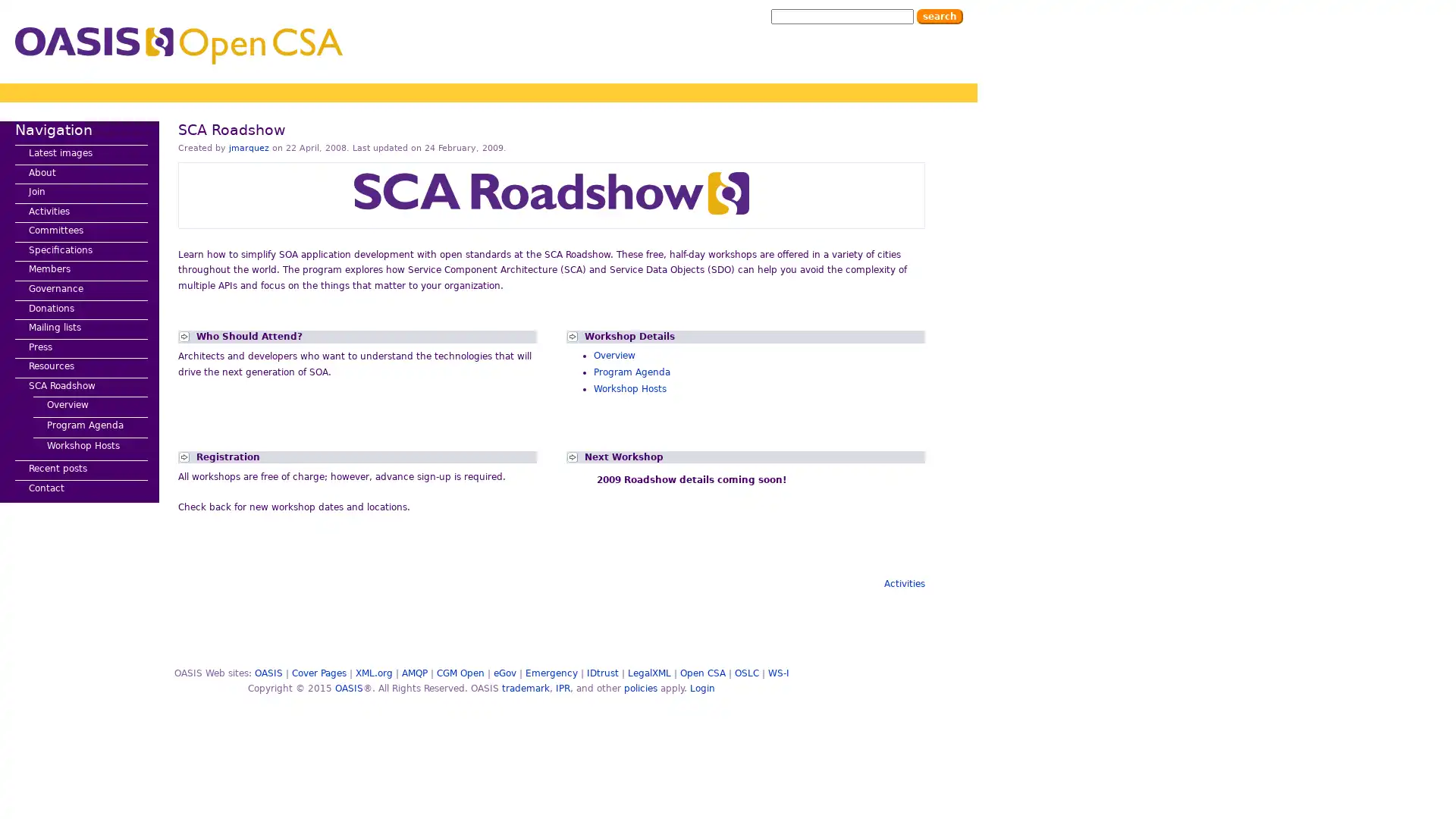 The image size is (1456, 819). Describe the element at coordinates (939, 17) in the screenshot. I see `Search` at that location.